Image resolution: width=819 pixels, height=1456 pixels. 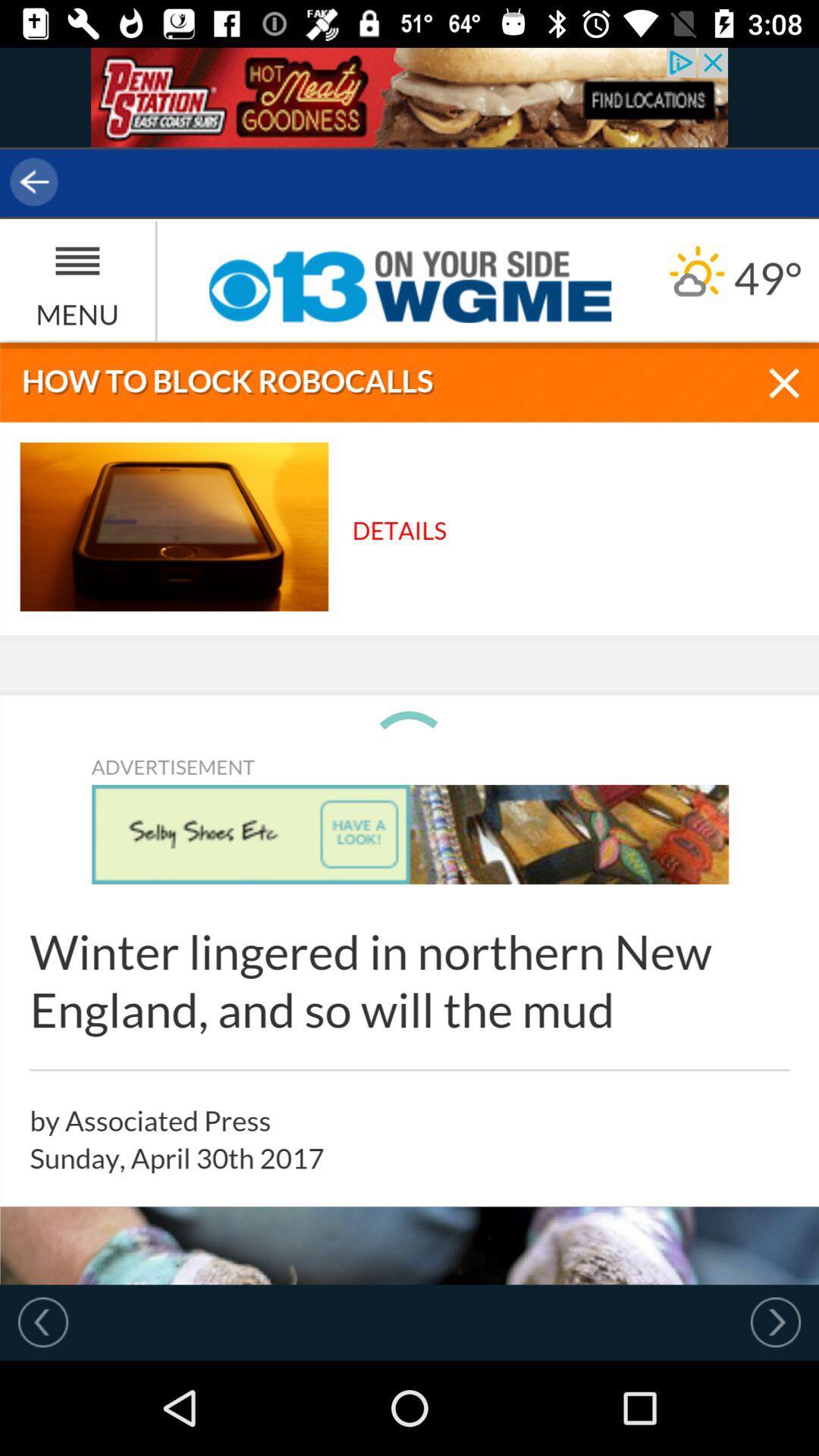 What do you see at coordinates (99, 182) in the screenshot?
I see `the arrow_backward icon` at bounding box center [99, 182].